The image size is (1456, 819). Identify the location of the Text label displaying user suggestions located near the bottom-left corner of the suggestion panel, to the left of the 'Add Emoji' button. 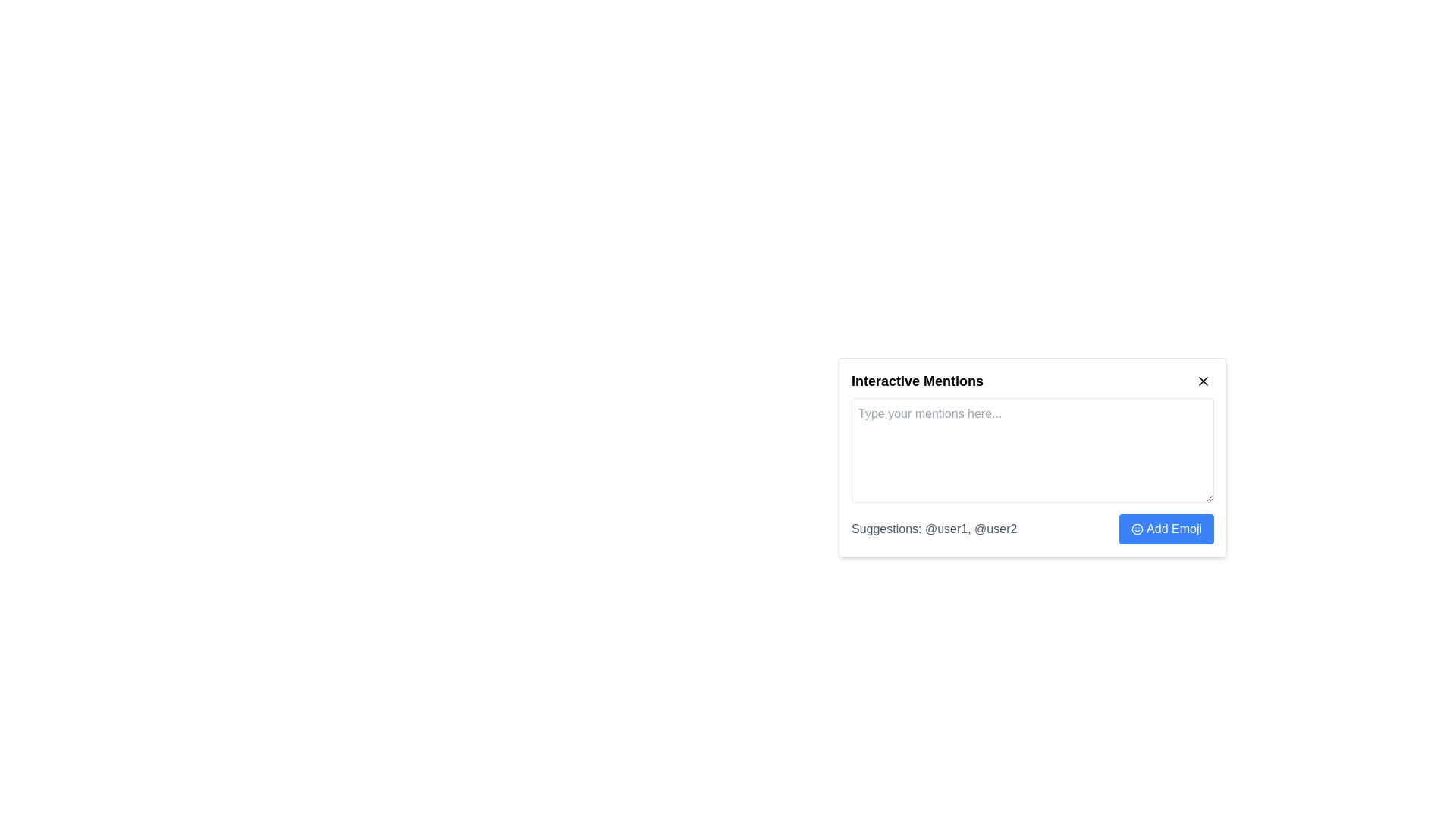
(934, 529).